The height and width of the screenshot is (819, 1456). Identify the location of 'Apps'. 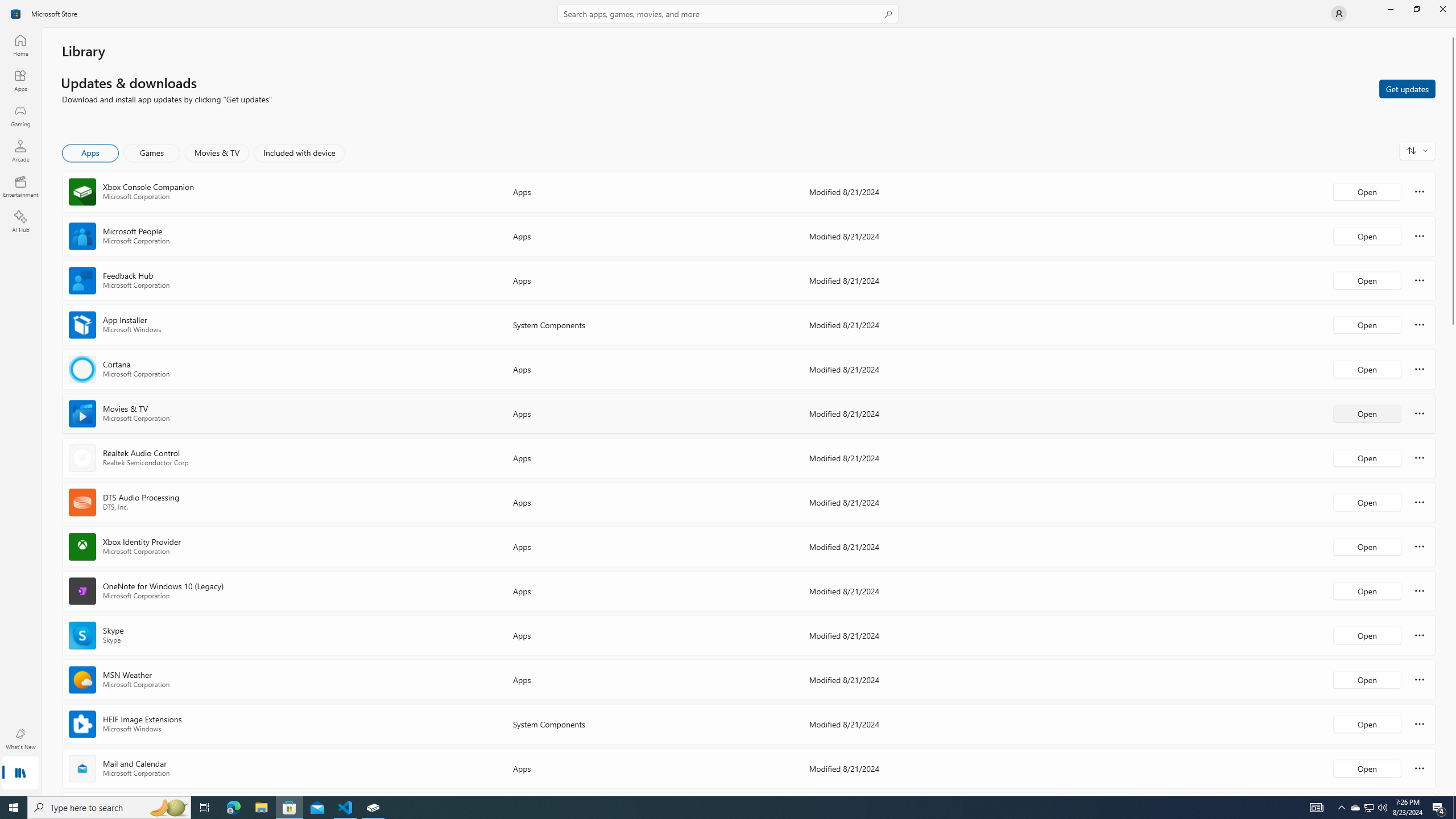
(19, 80).